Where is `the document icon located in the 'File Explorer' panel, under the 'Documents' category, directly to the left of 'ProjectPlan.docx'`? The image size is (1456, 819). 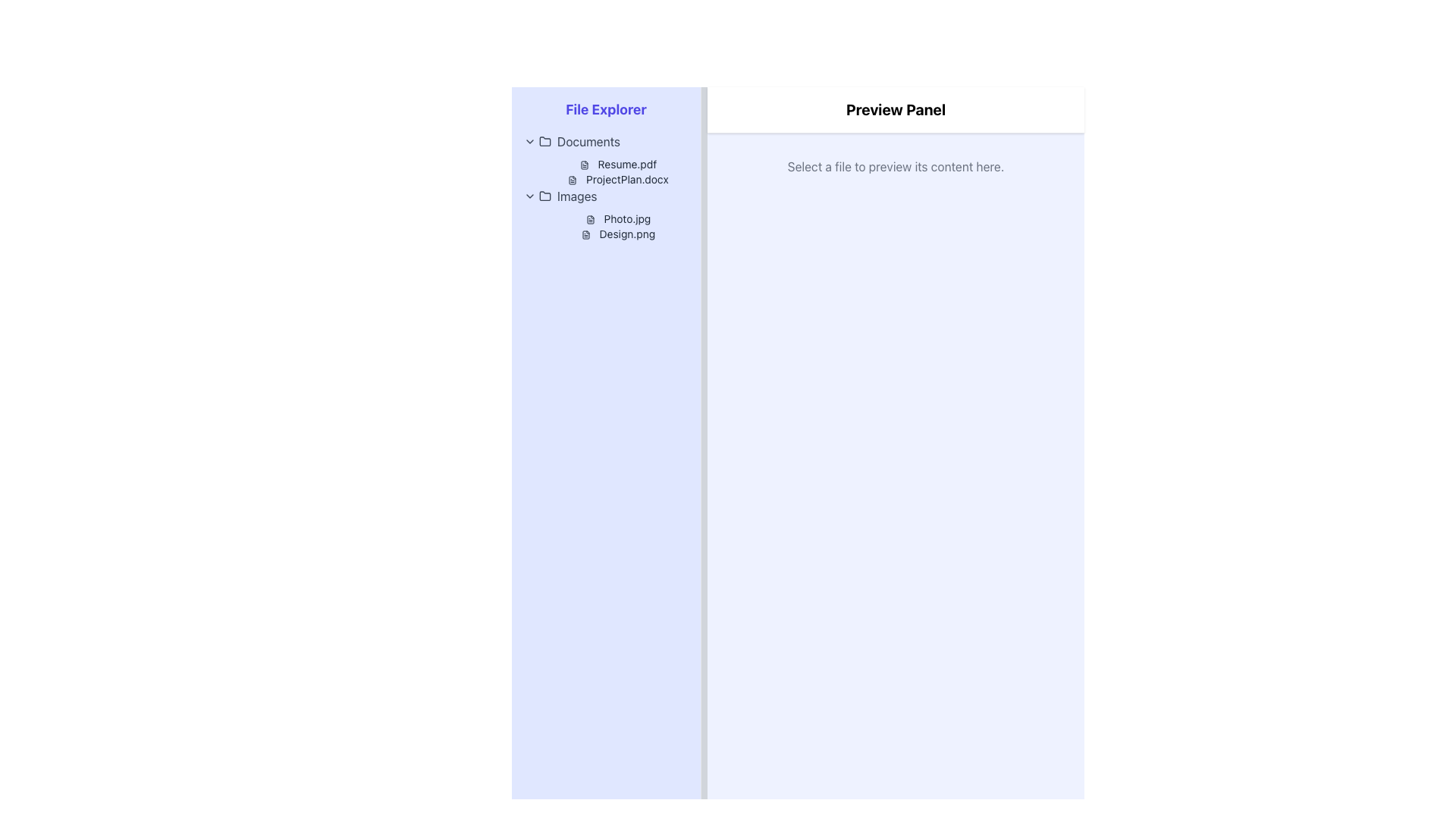
the document icon located in the 'File Explorer' panel, under the 'Documents' category, directly to the left of 'ProjectPlan.docx' is located at coordinates (572, 180).